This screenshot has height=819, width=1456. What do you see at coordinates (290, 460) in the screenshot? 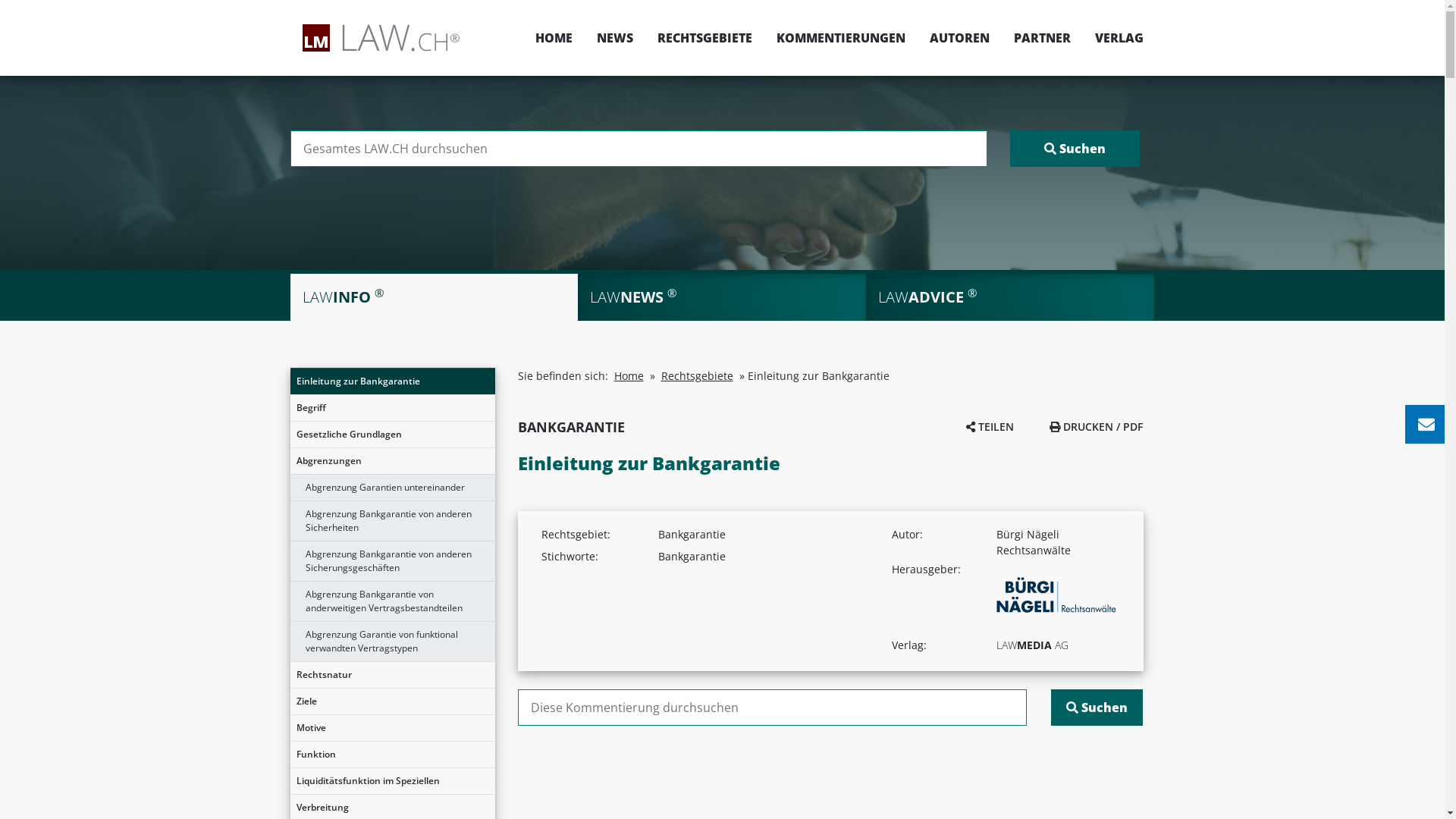
I see `'Abgrenzungen'` at bounding box center [290, 460].